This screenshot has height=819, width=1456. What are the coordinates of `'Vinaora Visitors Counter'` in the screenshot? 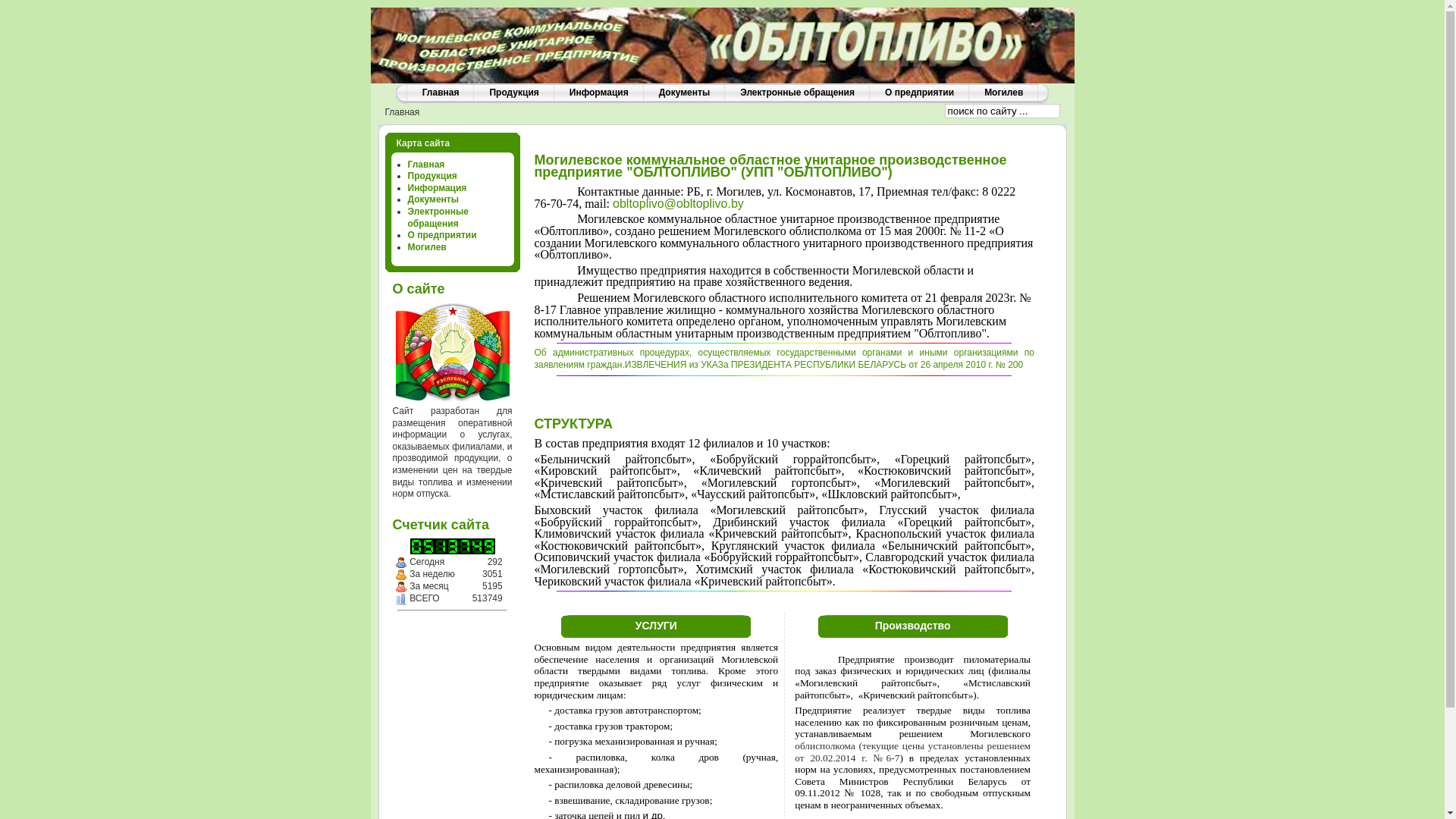 It's located at (463, 546).